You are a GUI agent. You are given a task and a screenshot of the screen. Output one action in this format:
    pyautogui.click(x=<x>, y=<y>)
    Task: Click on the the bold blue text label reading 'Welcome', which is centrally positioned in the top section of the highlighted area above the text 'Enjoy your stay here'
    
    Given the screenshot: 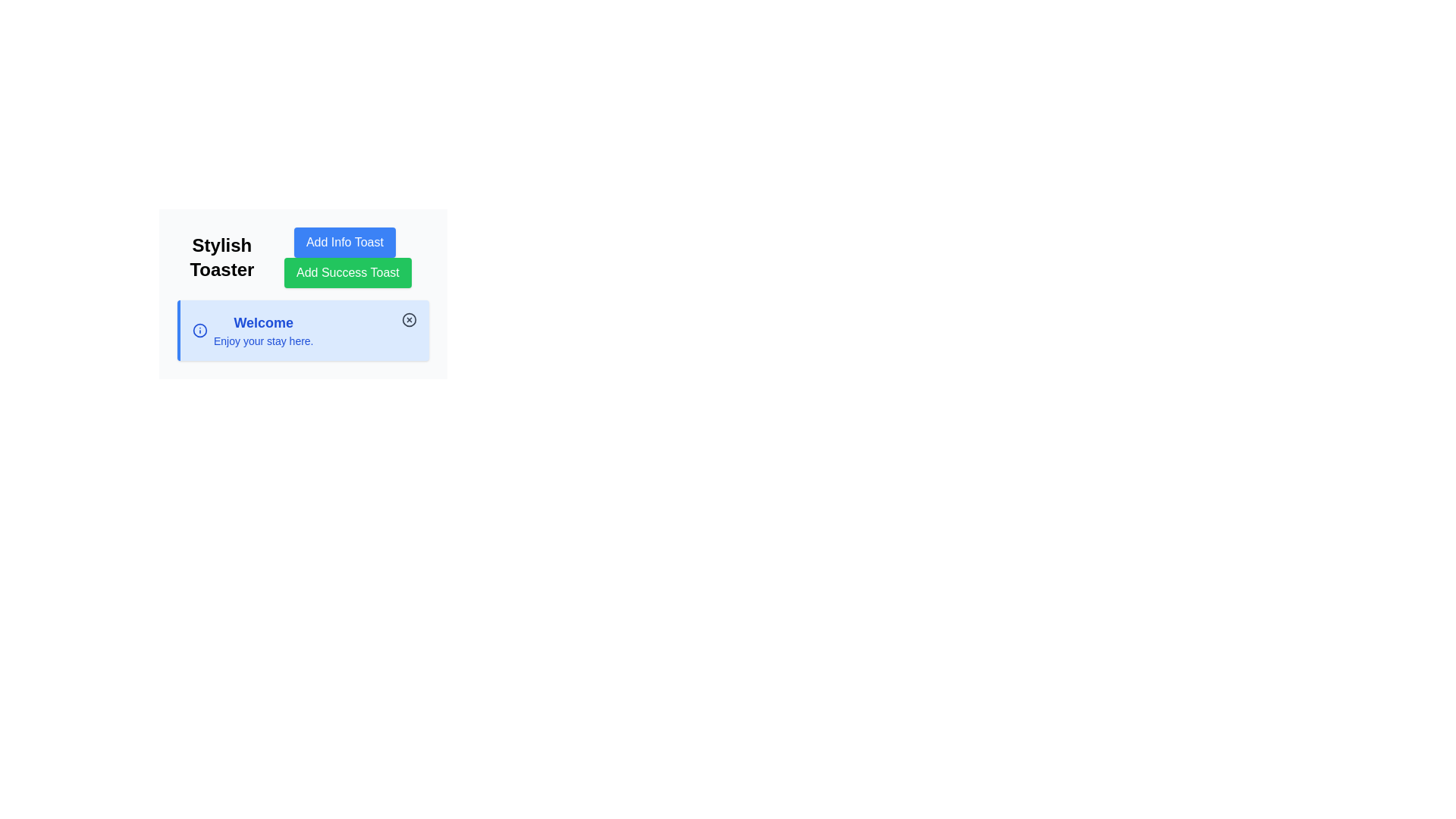 What is the action you would take?
    pyautogui.click(x=263, y=322)
    